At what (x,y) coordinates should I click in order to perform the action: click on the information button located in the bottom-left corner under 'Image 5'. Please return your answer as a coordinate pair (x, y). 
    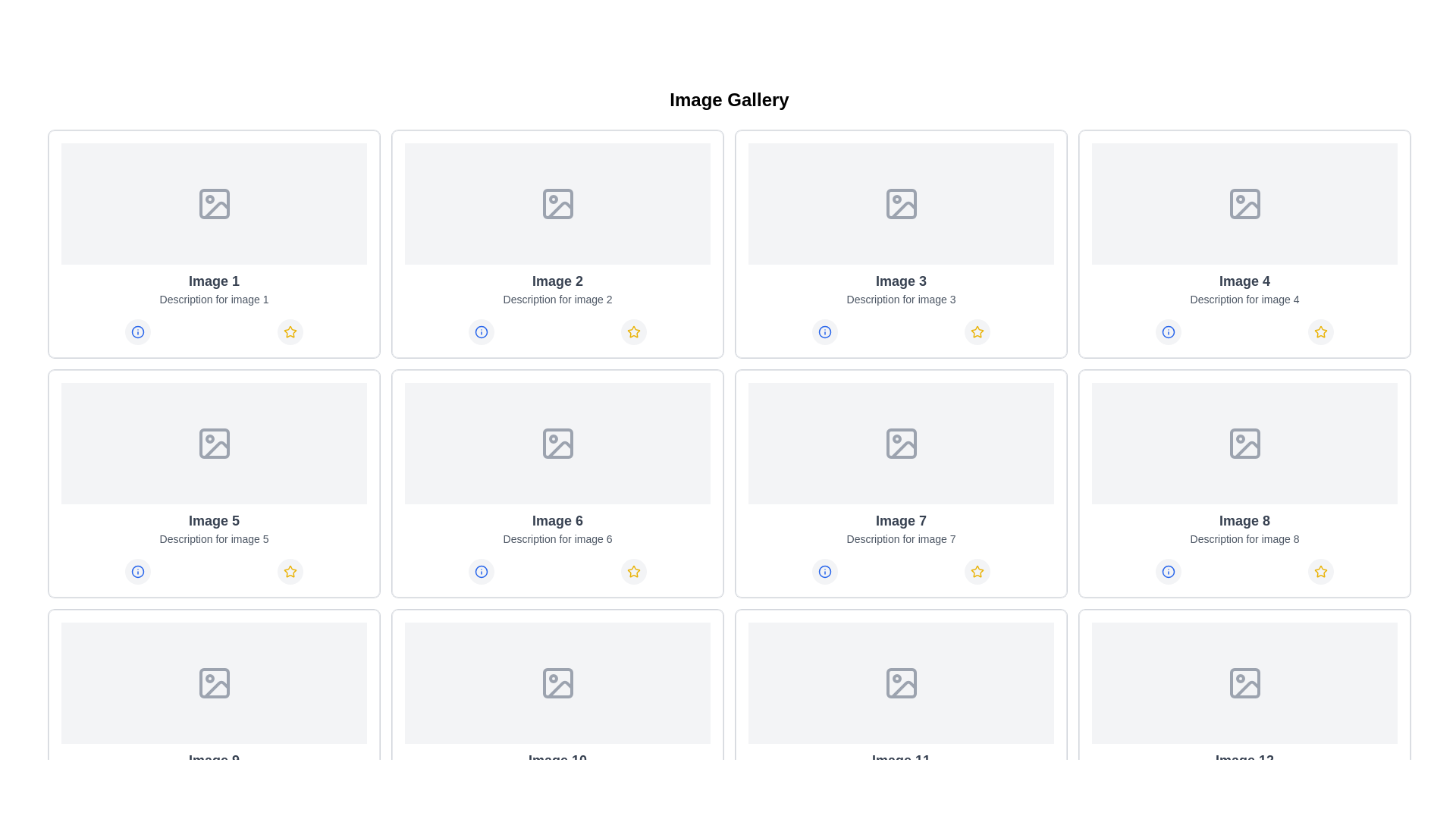
    Looking at the image, I should click on (137, 571).